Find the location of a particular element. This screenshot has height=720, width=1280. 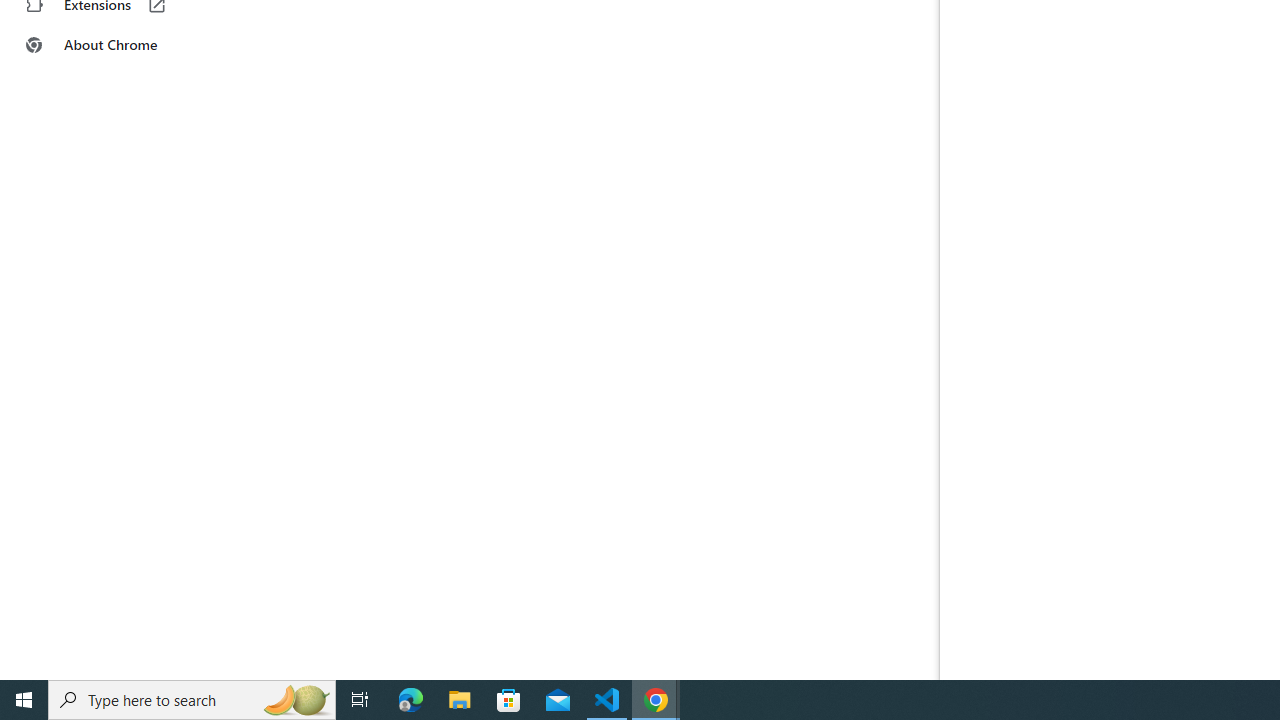

'Microsoft Edge' is located at coordinates (410, 698).